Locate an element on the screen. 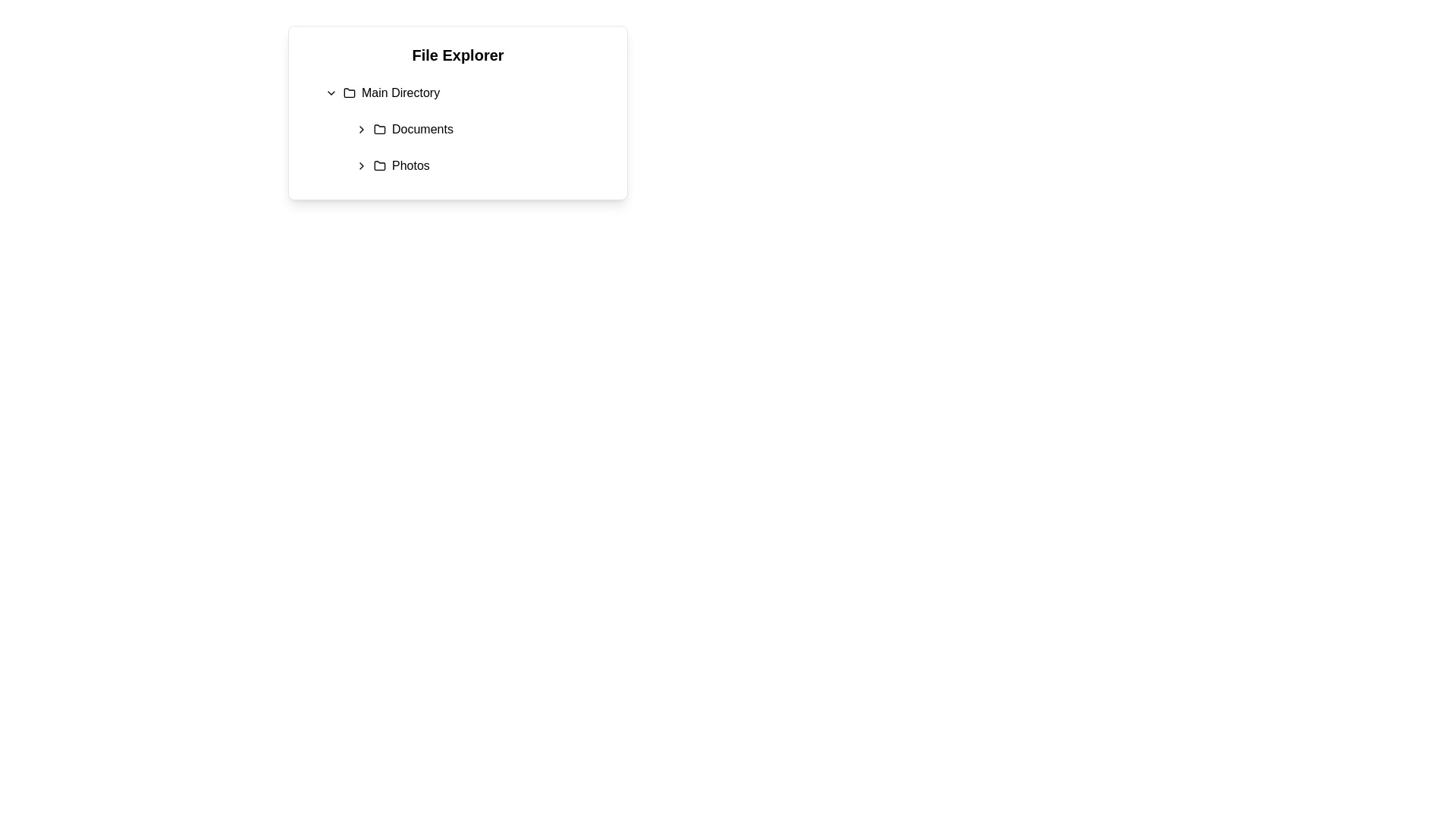 The image size is (1456, 819). the folder icon located to the left of the 'Photos' label in the file explorer interface is located at coordinates (379, 166).